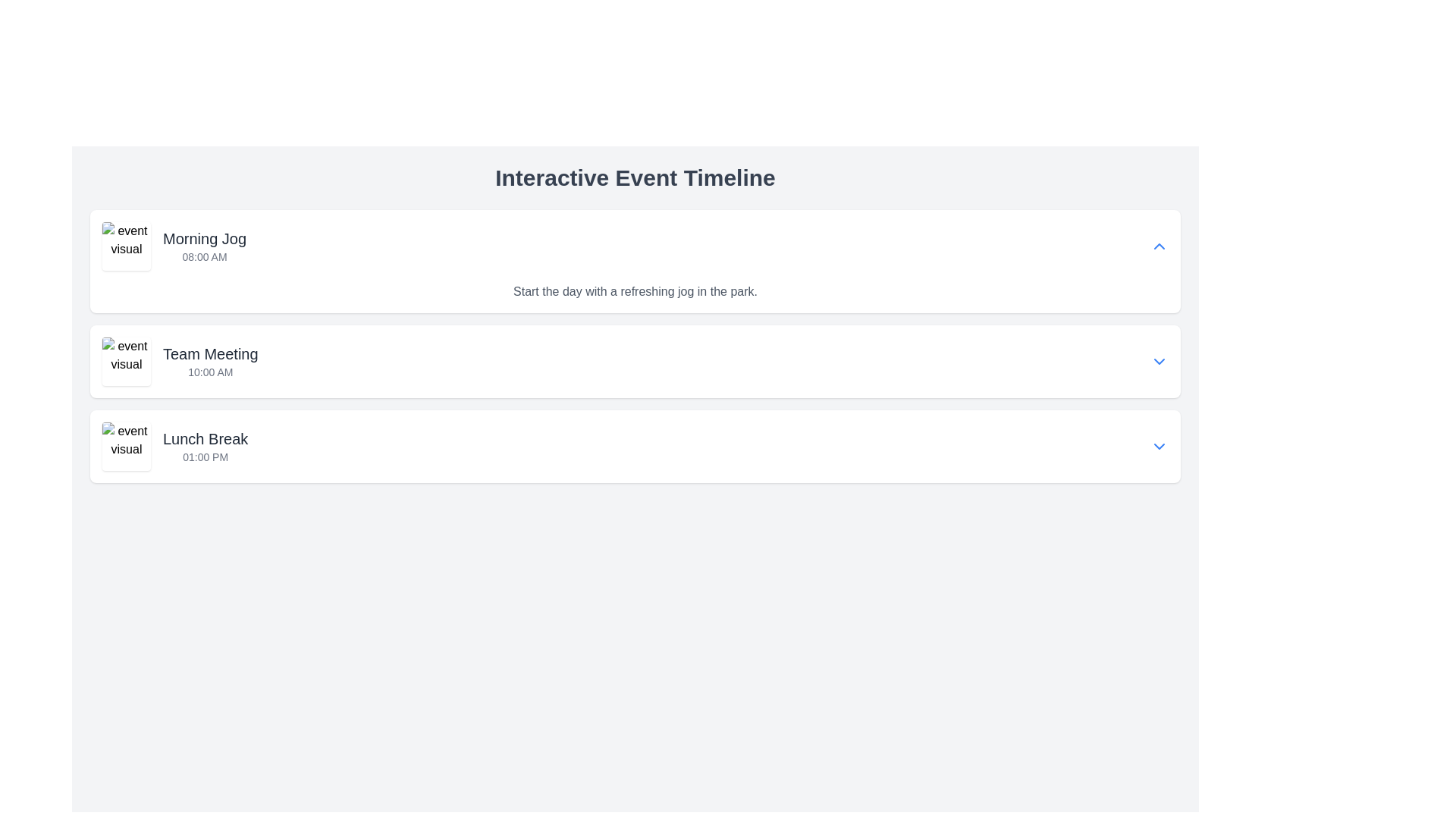 This screenshot has height=819, width=1456. I want to click on the icon-based button located at the far right of the 'Lunch Break 01:00 PM' schedule item, so click(1159, 446).